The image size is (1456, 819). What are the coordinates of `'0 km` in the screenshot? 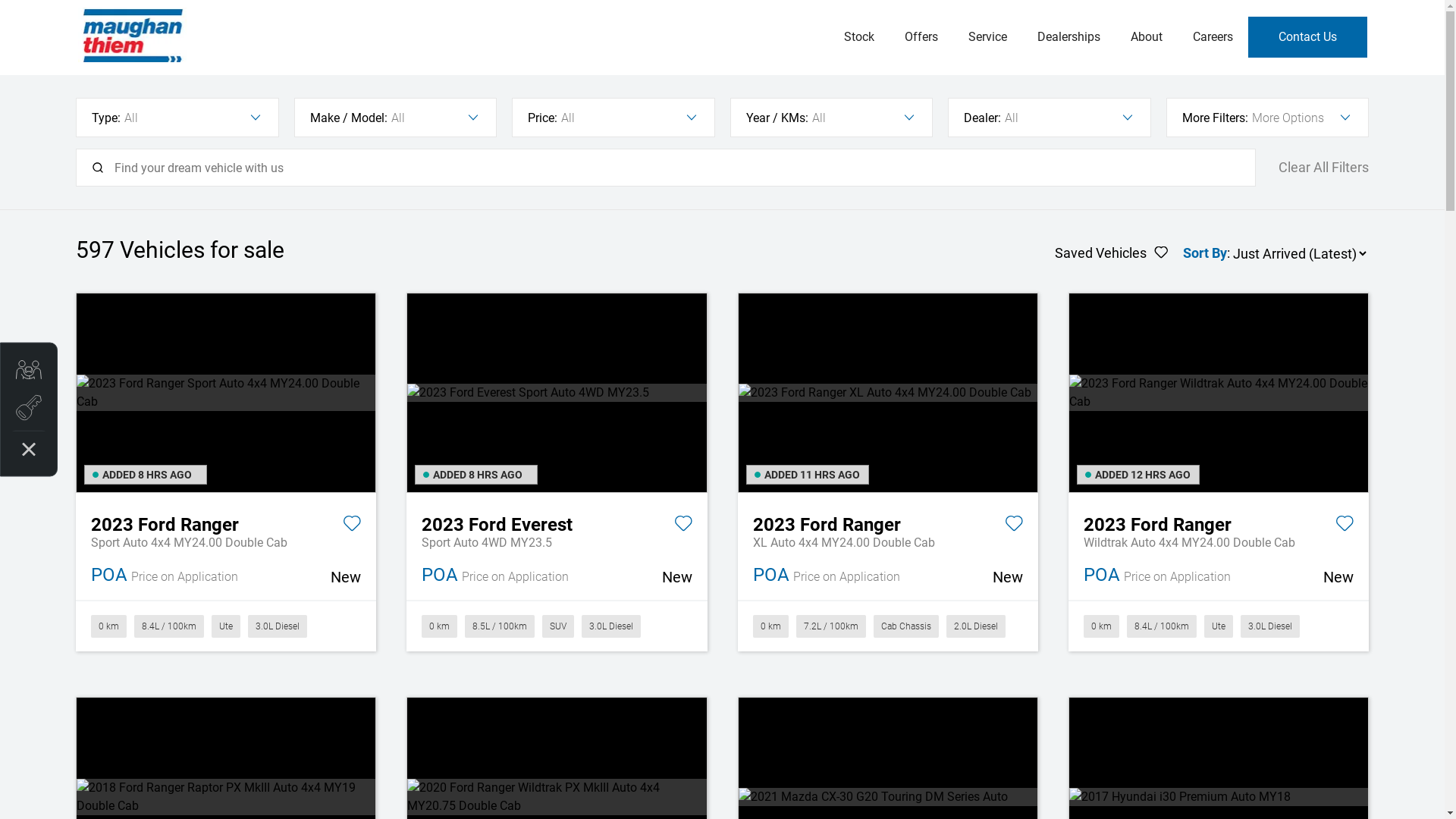 It's located at (556, 626).